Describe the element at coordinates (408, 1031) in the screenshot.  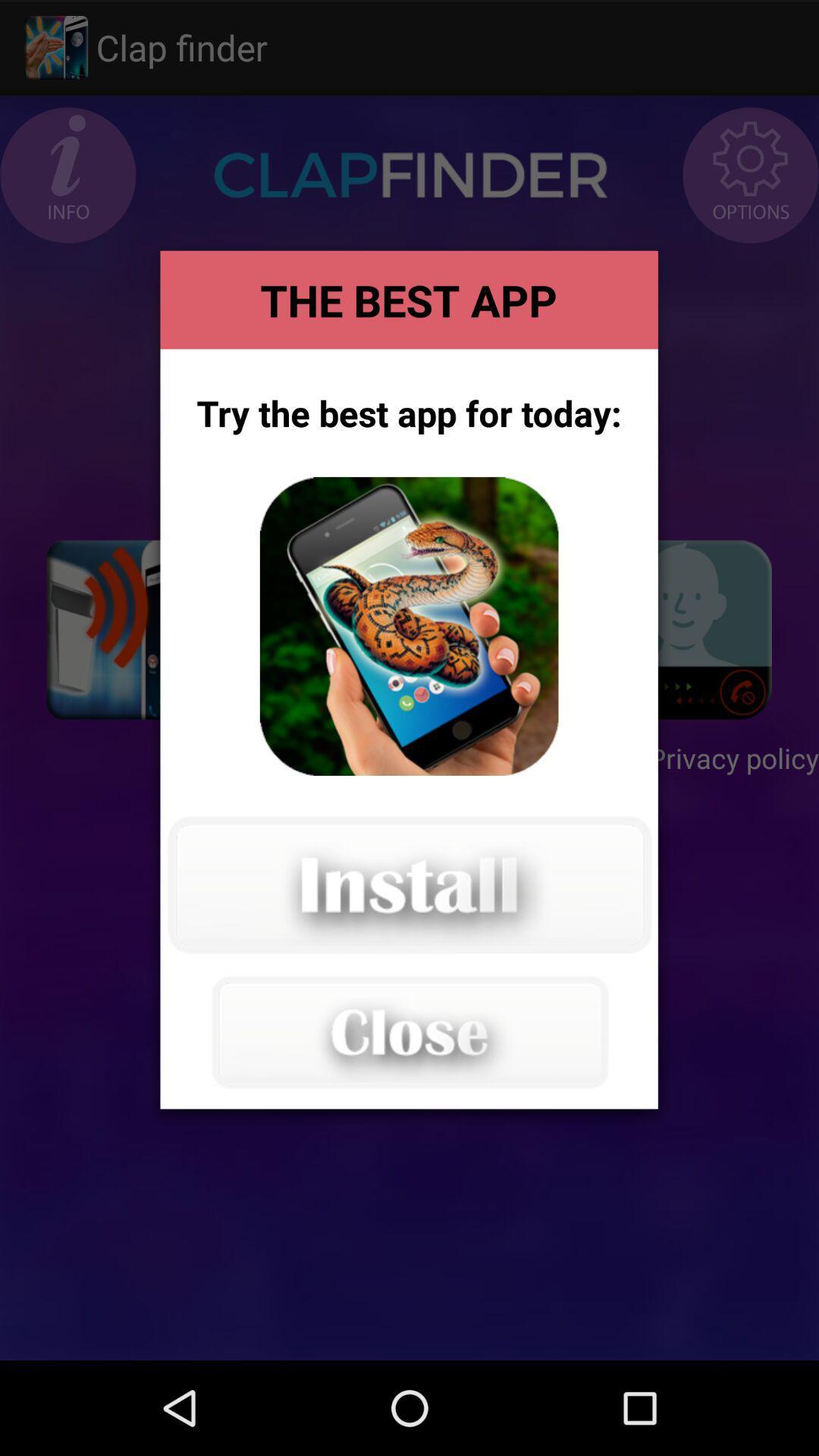
I see `the popup` at that location.